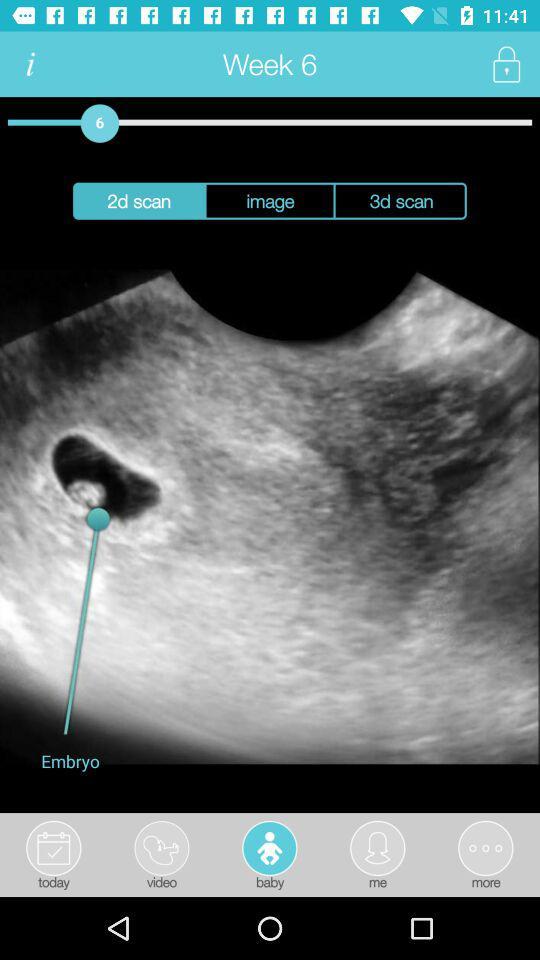 The height and width of the screenshot is (960, 540). What do you see at coordinates (29, 64) in the screenshot?
I see `information button` at bounding box center [29, 64].